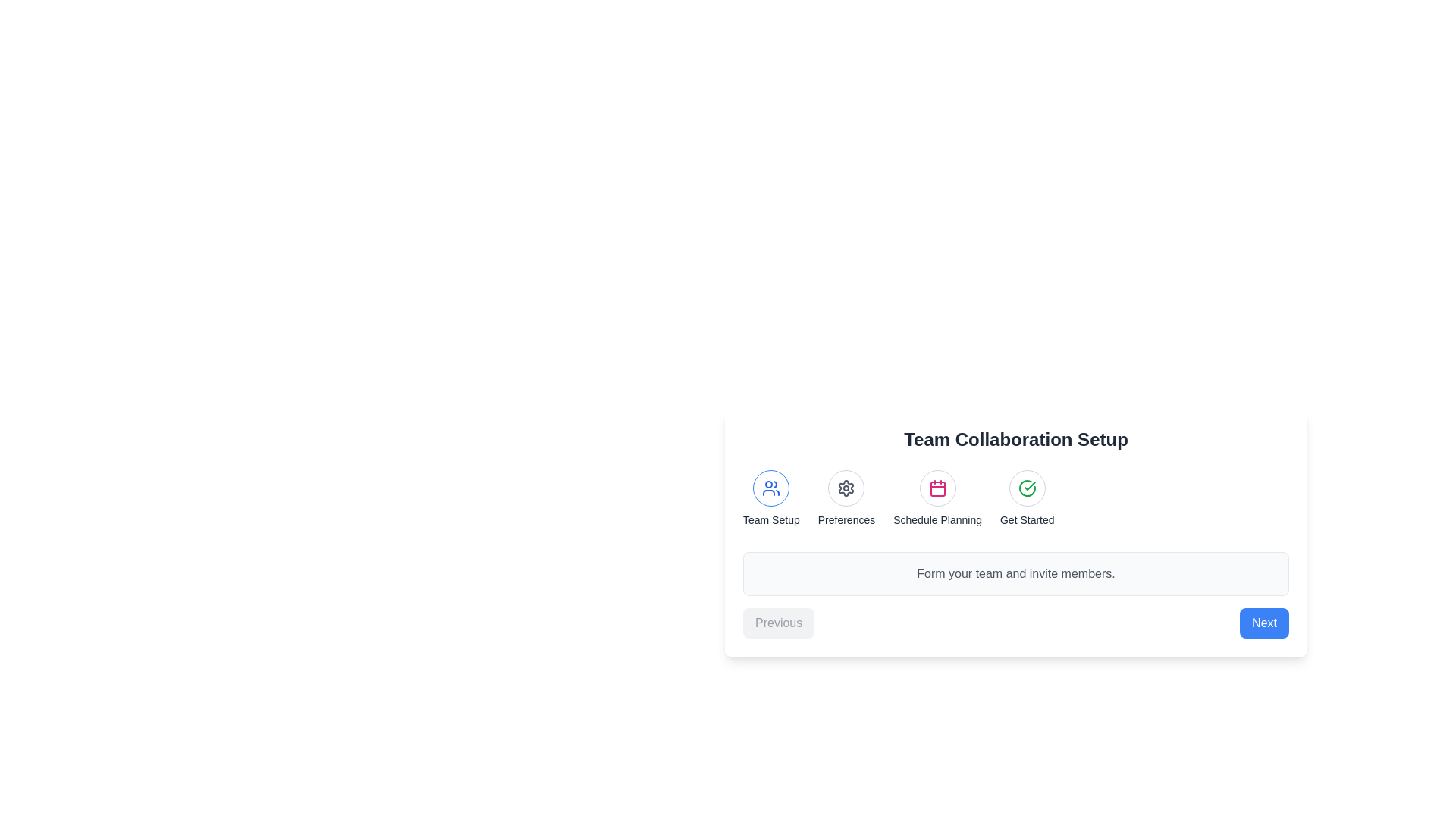 This screenshot has width=1456, height=819. What do you see at coordinates (779, 623) in the screenshot?
I see `the 'Previous' button with light gray text and rounded corners to receive additional feedback` at bounding box center [779, 623].